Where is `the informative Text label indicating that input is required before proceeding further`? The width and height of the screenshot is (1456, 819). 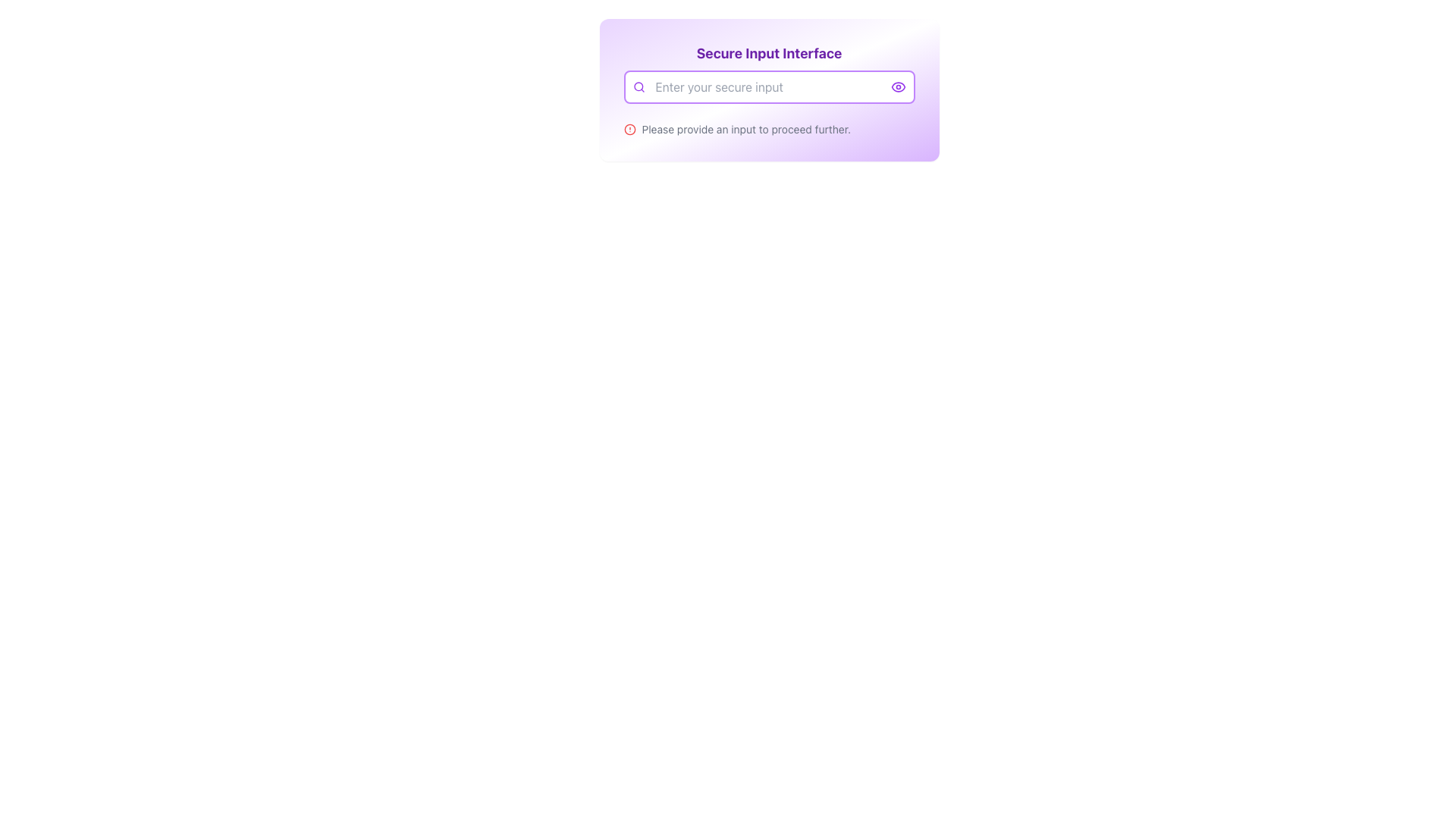 the informative Text label indicating that input is required before proceeding further is located at coordinates (746, 128).